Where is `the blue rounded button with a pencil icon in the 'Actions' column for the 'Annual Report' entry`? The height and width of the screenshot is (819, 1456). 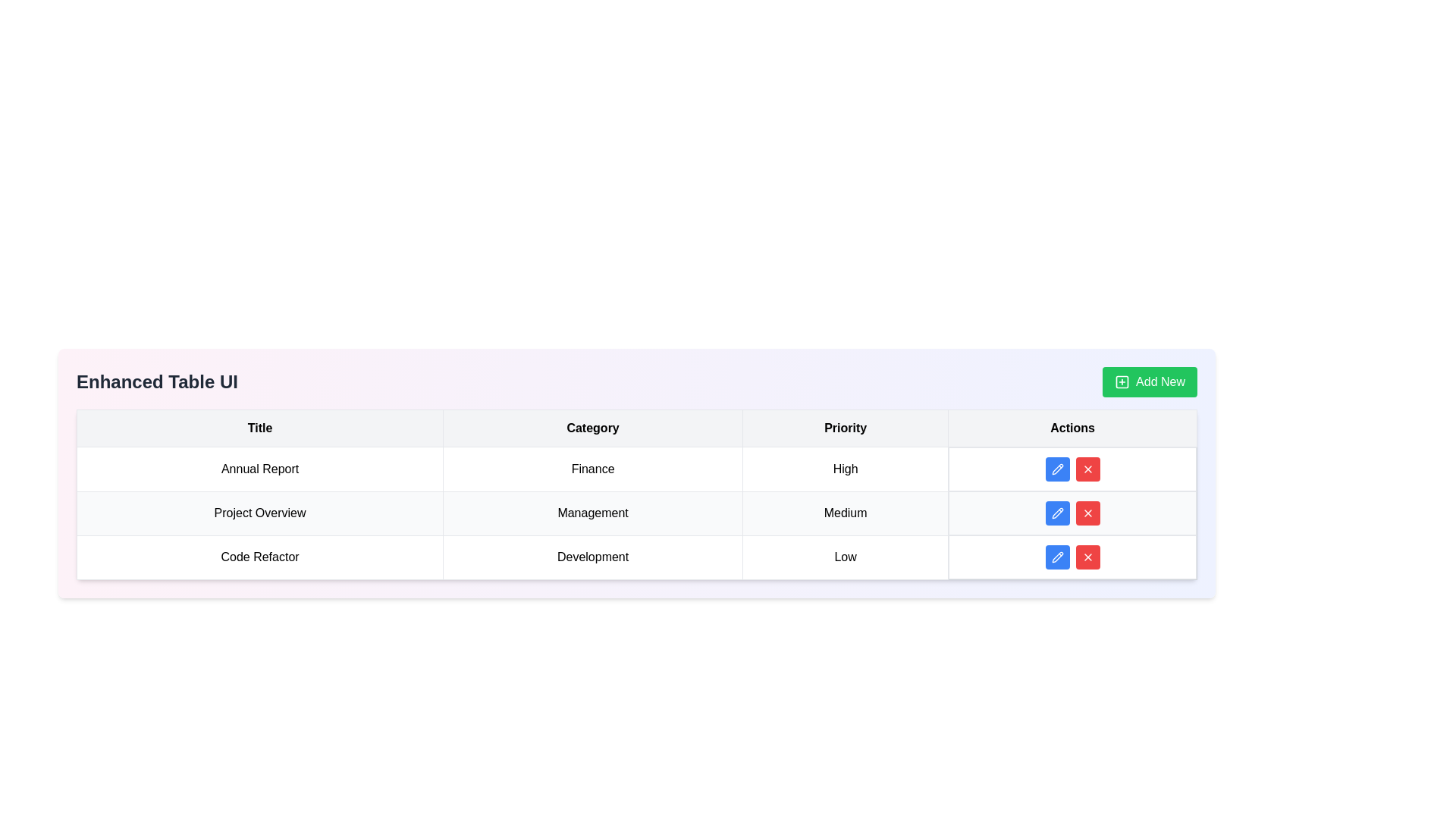
the blue rounded button with a pencil icon in the 'Actions' column for the 'Annual Report' entry is located at coordinates (1056, 468).